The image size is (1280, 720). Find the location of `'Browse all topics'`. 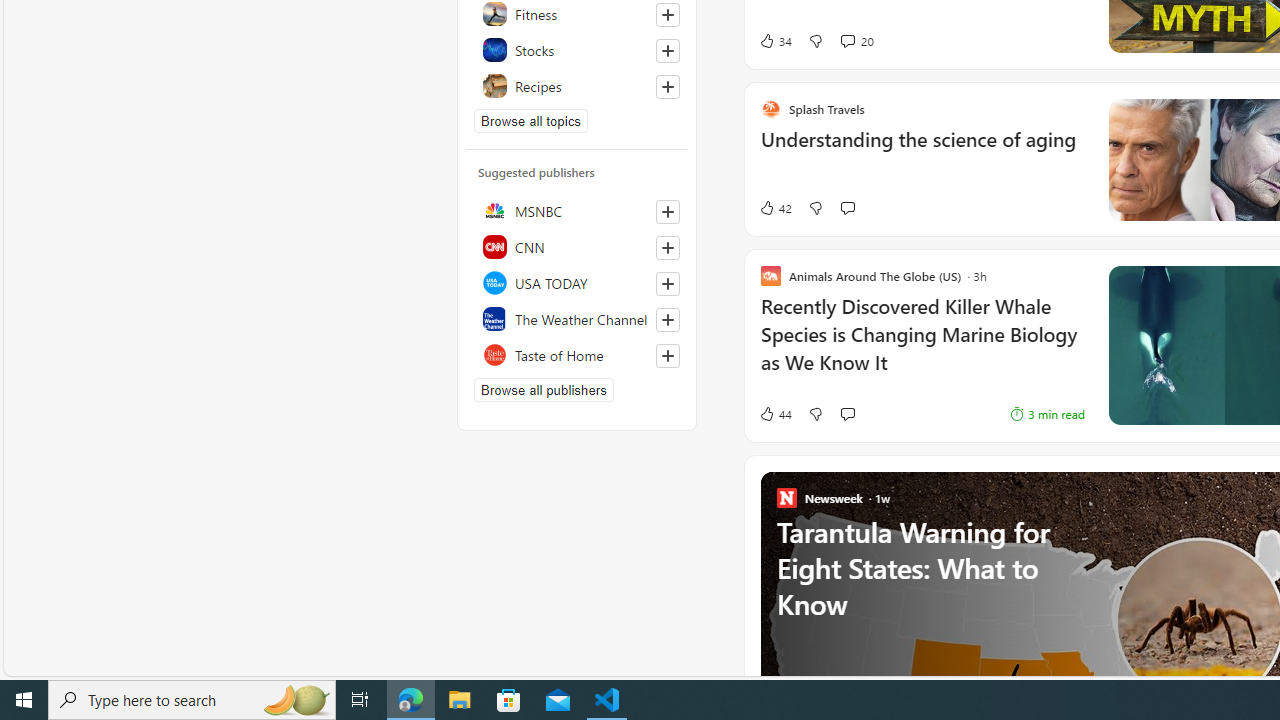

'Browse all topics' is located at coordinates (531, 120).